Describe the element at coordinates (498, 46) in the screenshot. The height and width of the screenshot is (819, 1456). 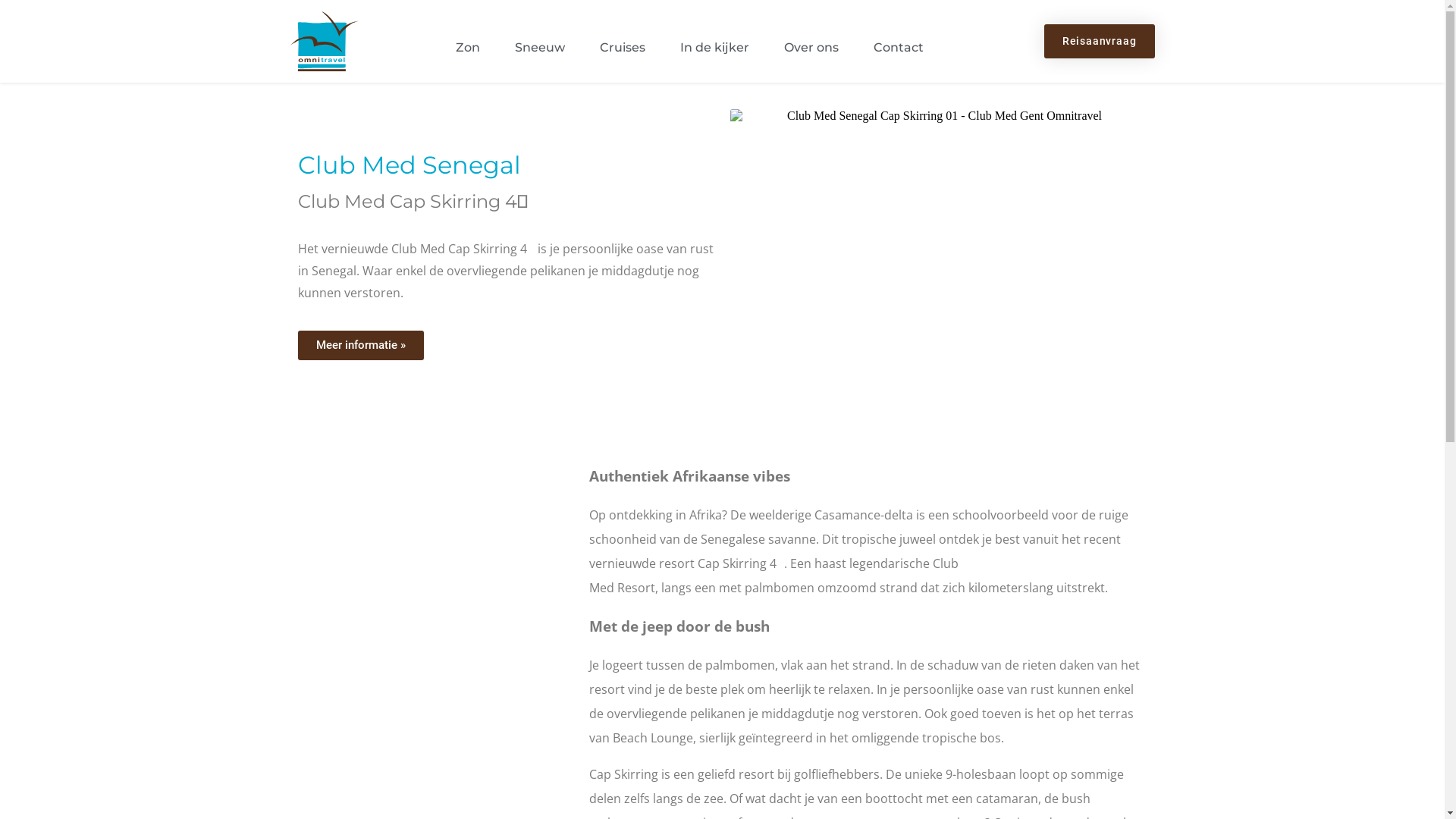
I see `'Sneeuw'` at that location.